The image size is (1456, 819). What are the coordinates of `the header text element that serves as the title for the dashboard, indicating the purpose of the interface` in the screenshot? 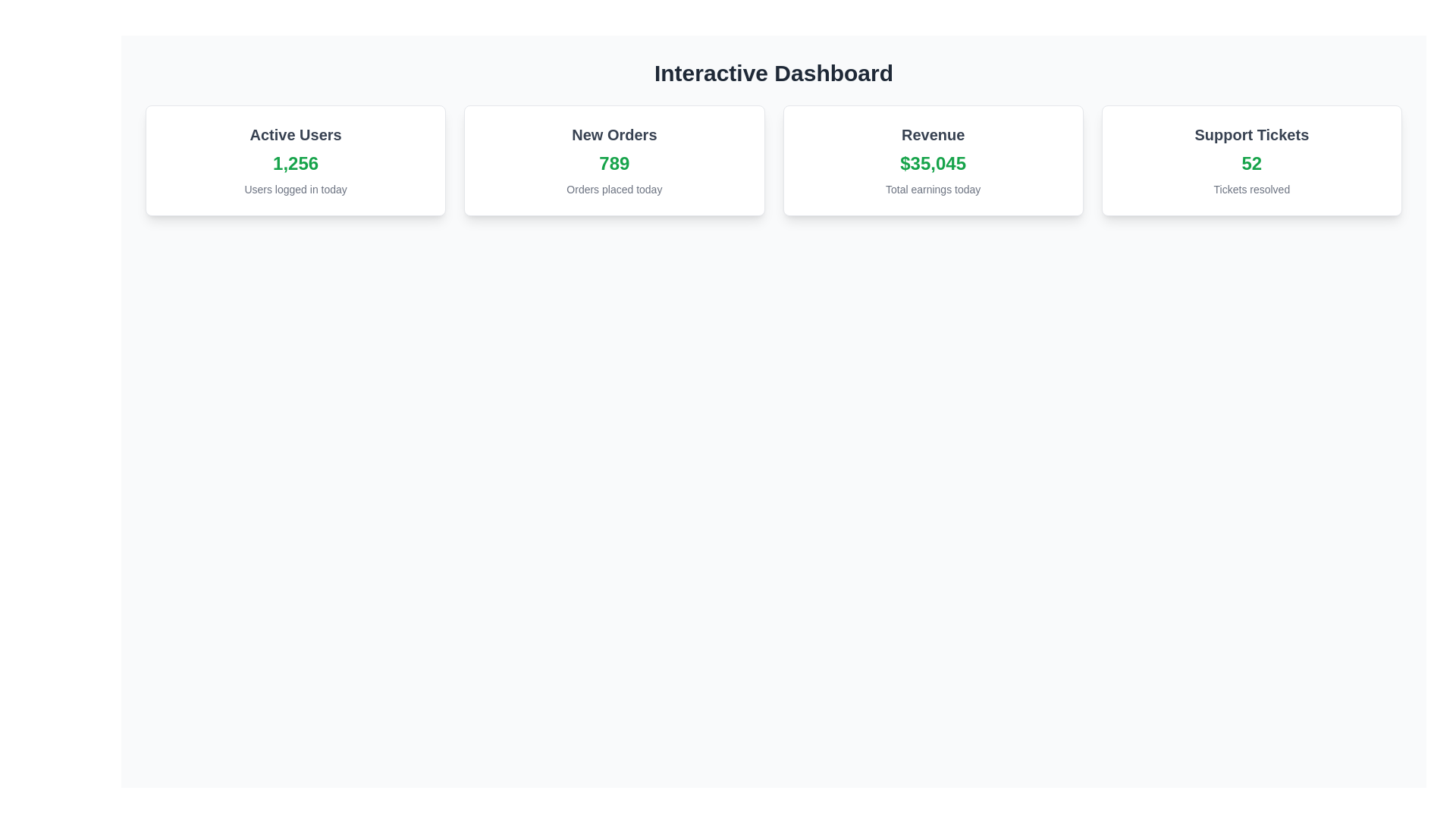 It's located at (773, 73).